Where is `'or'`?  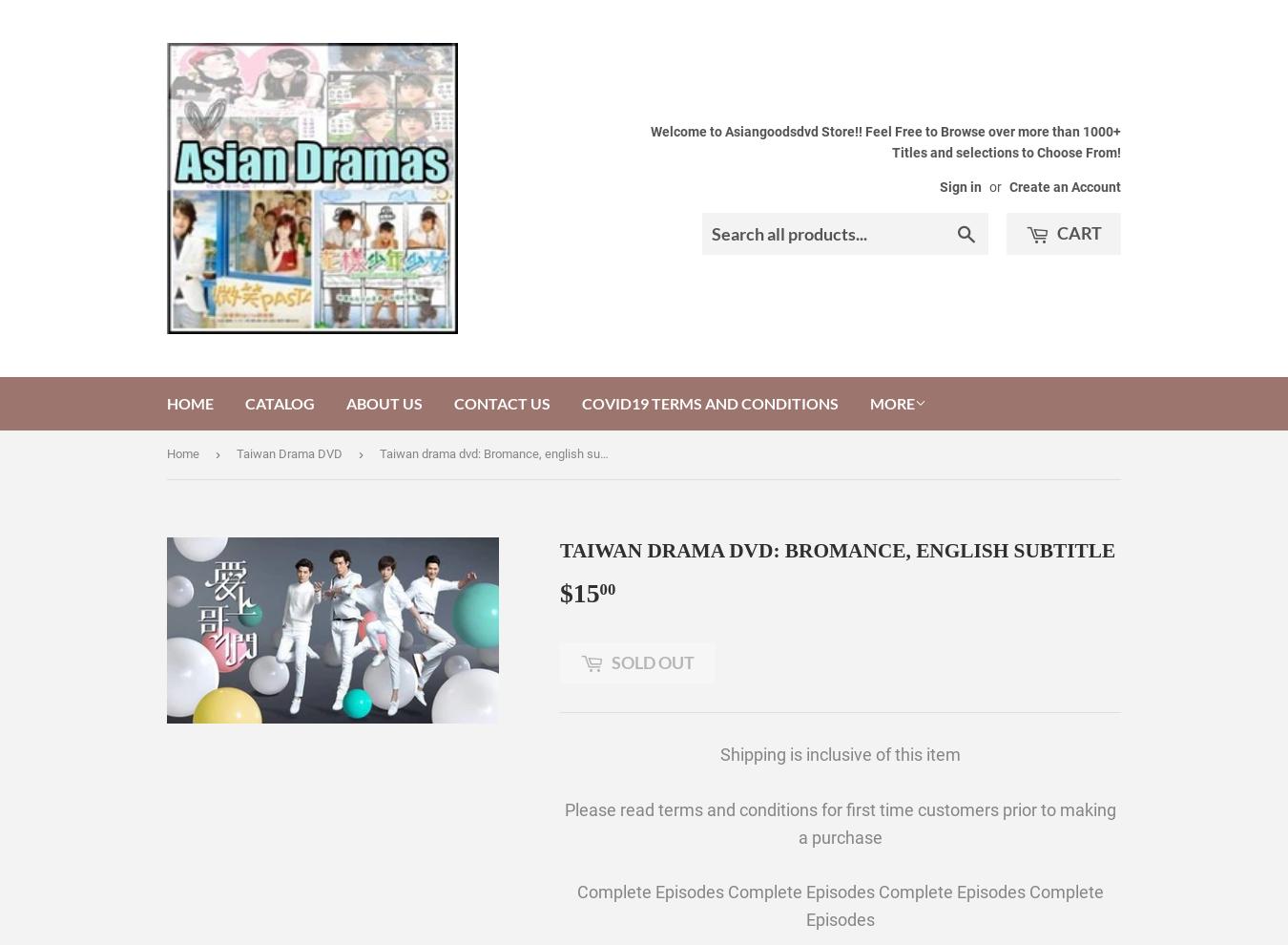 'or' is located at coordinates (995, 187).